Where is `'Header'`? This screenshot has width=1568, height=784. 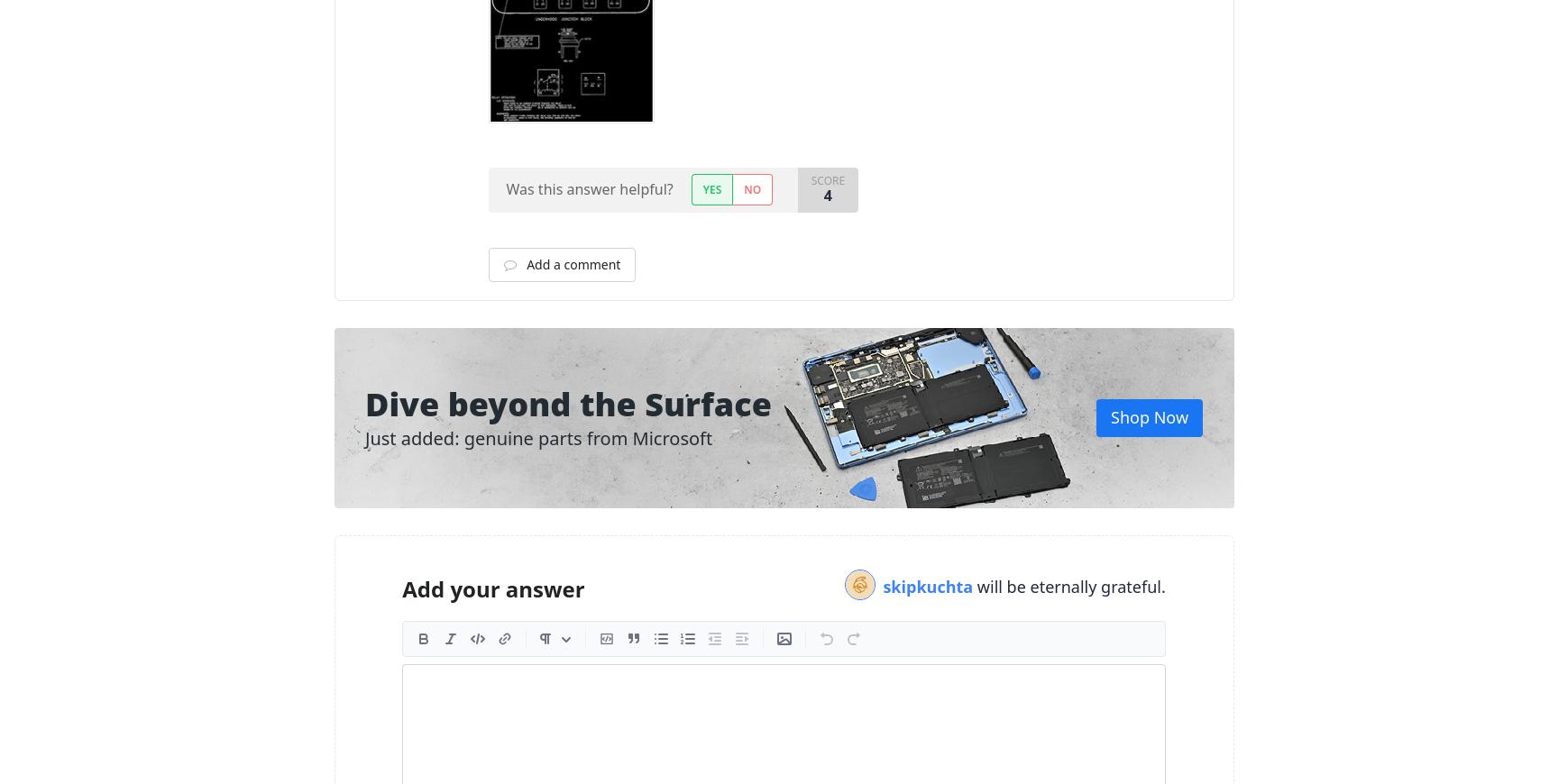
'Header' is located at coordinates (430, 656).